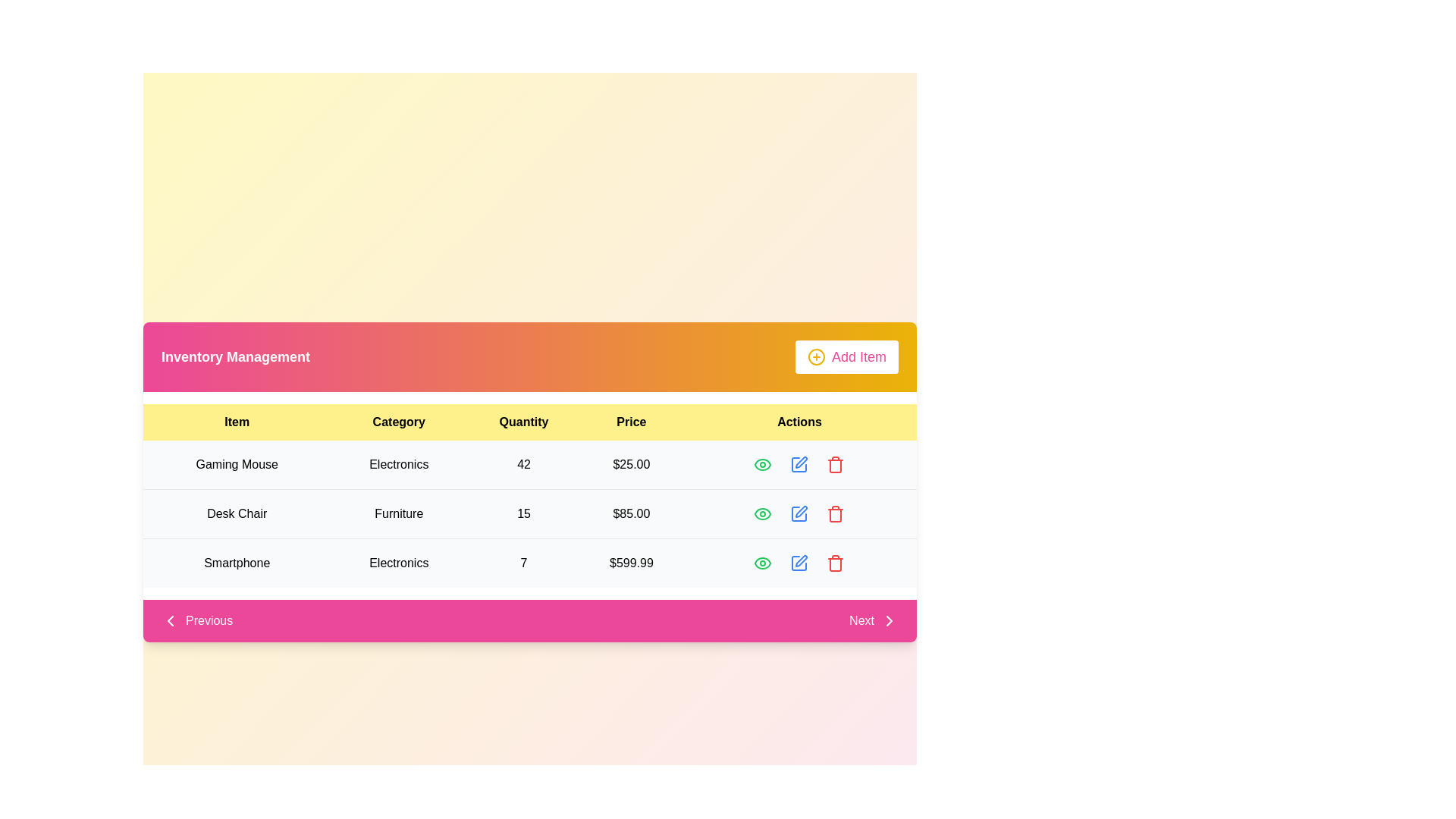  I want to click on the eye-shaped icon button for viewing details located in the 'Actions' column of the 'Smartphone' item row, so click(763, 563).